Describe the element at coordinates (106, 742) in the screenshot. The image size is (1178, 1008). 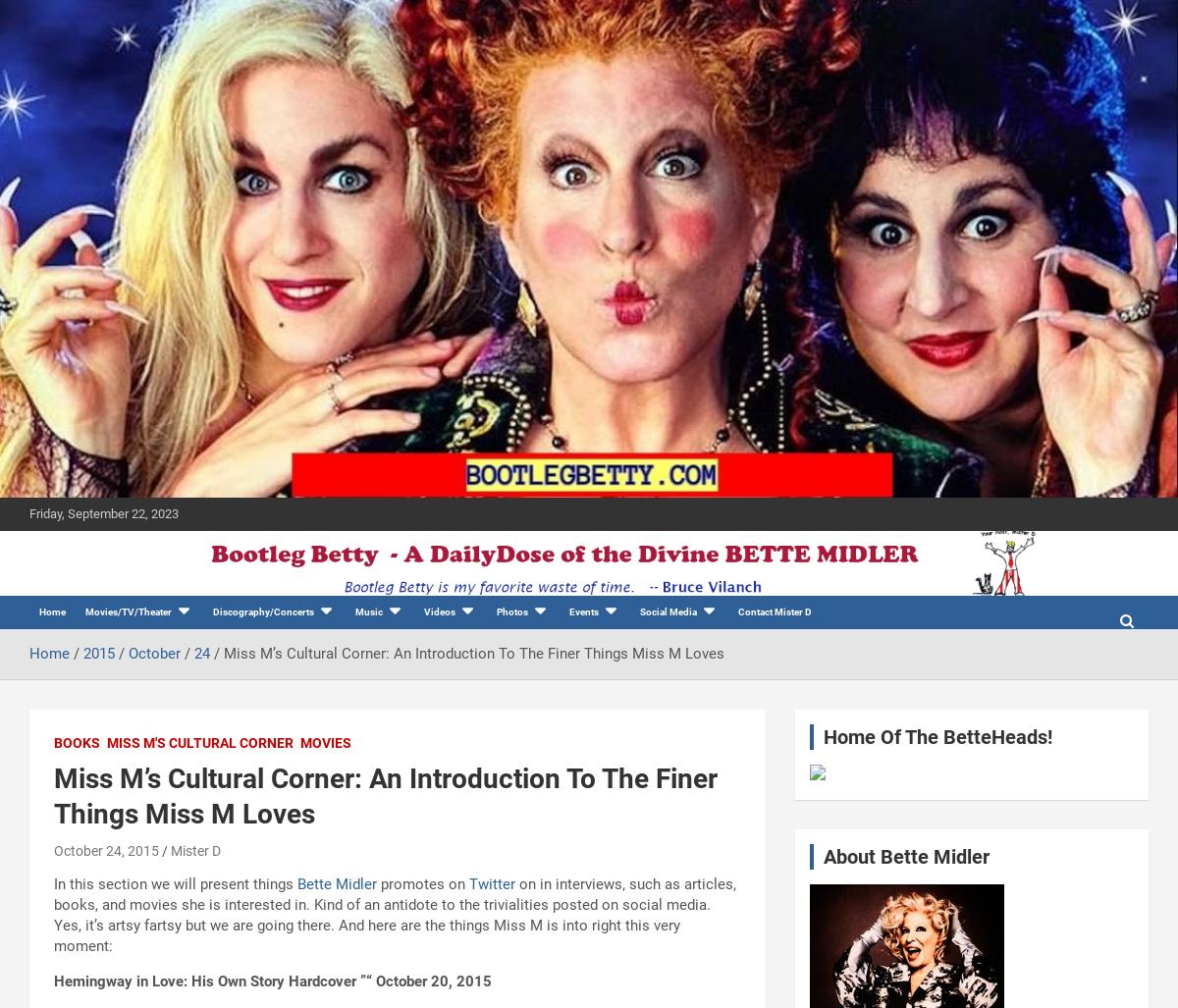
I see `'Miss M's Cultural Corner'` at that location.